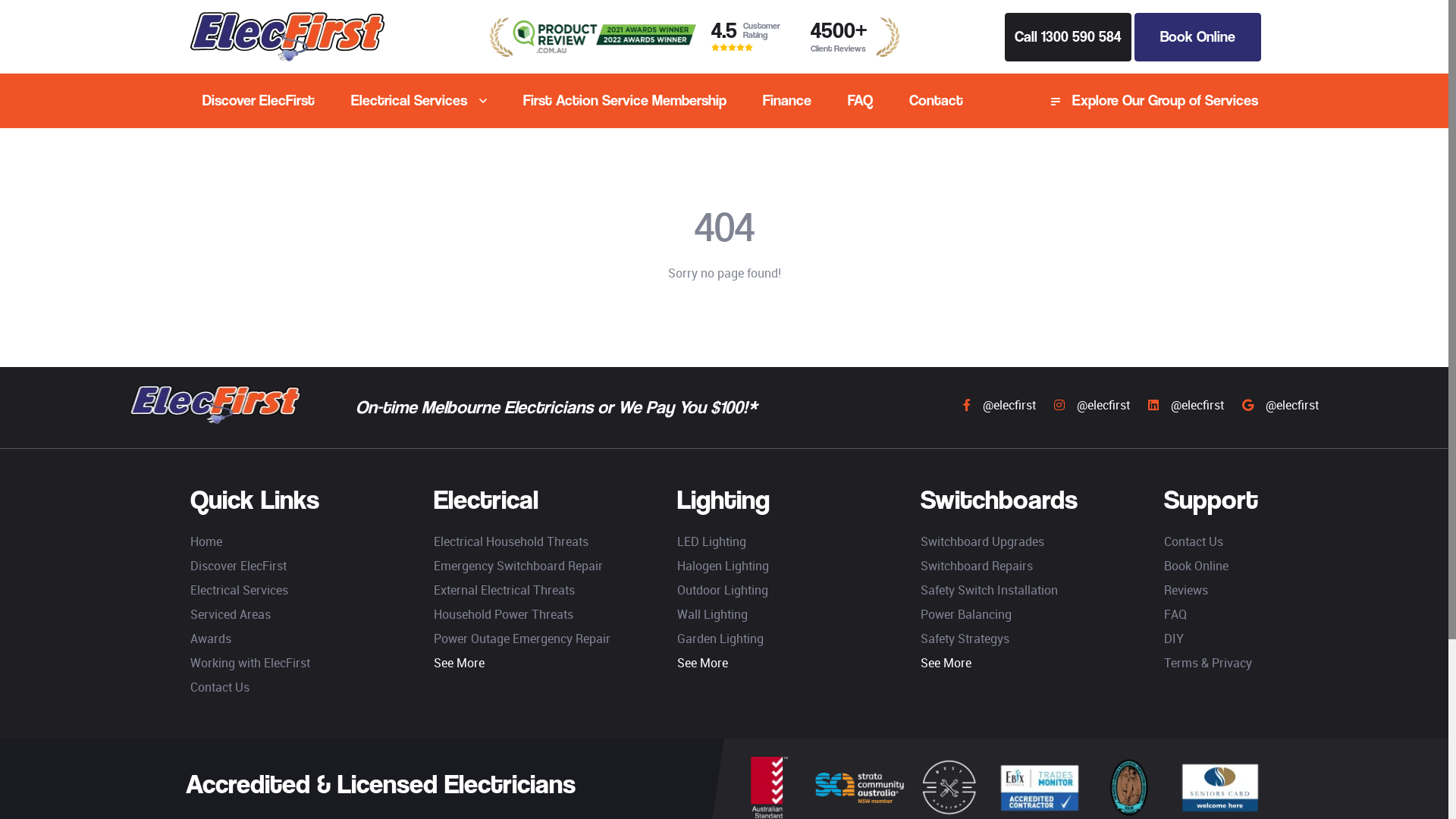  What do you see at coordinates (976, 565) in the screenshot?
I see `'Switchboard Repairs'` at bounding box center [976, 565].